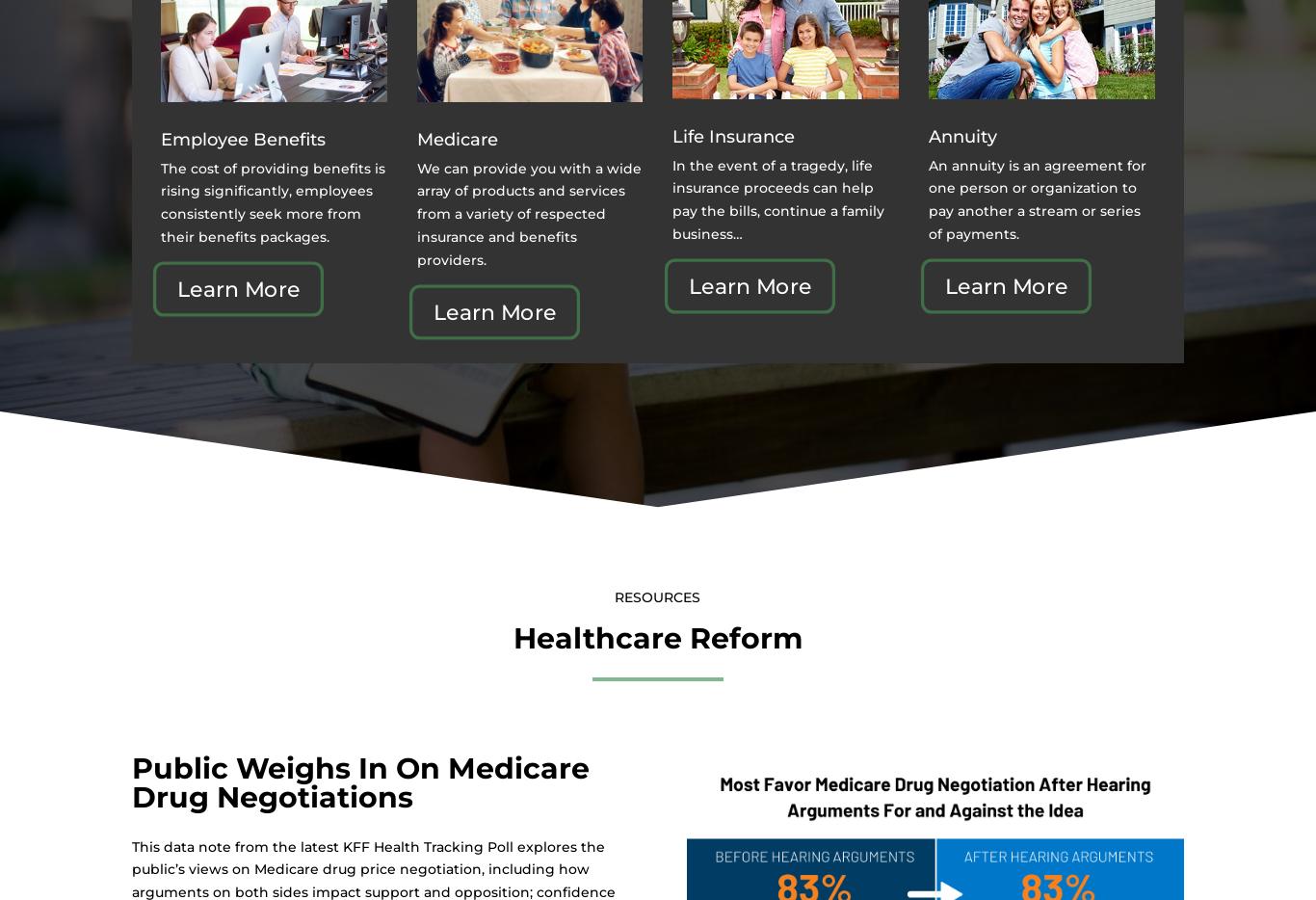  Describe the element at coordinates (358, 781) in the screenshot. I see `'Public Weighs In On Medicare Drug Negotiations'` at that location.